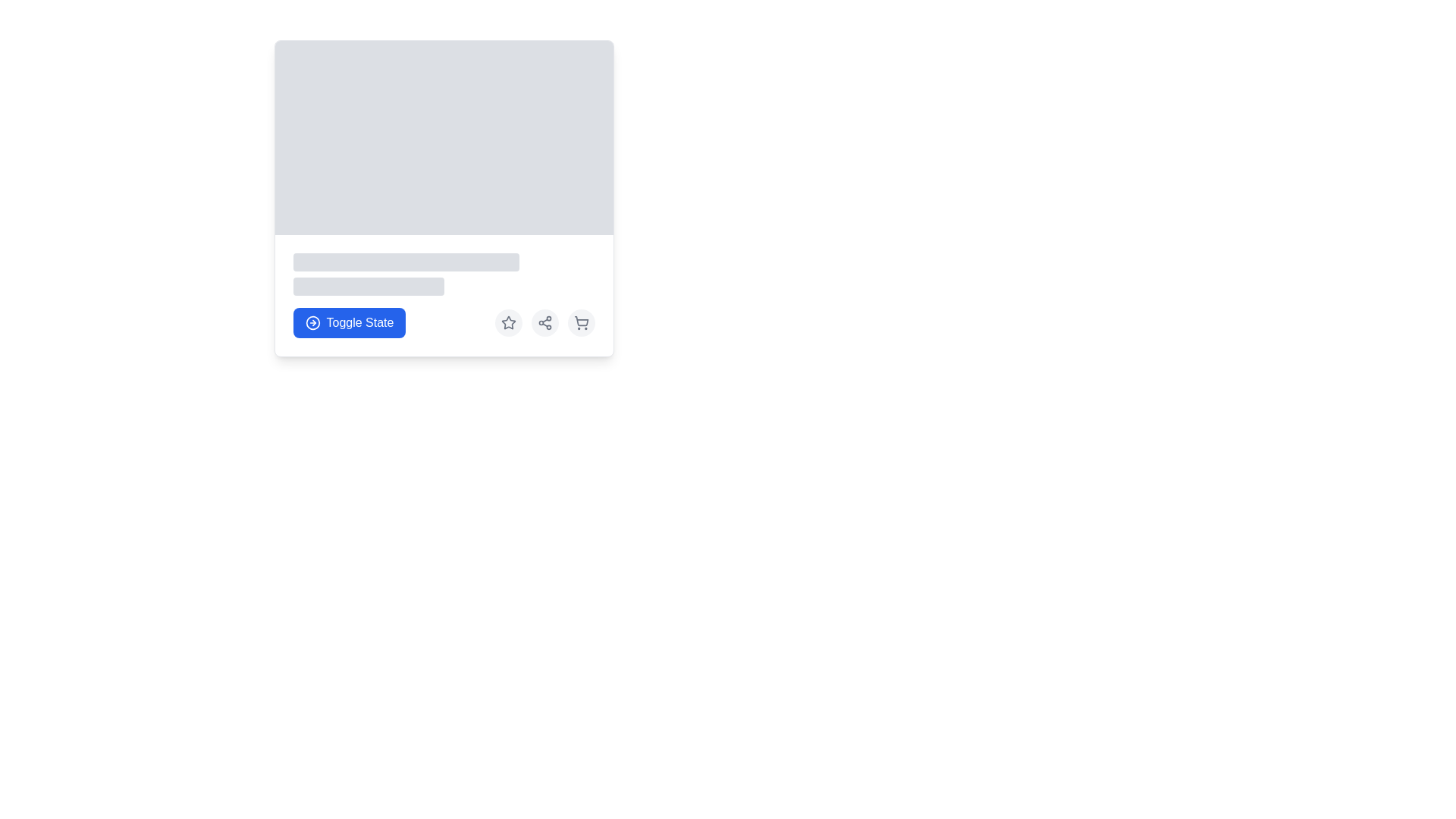 The image size is (1456, 819). Describe the element at coordinates (312, 322) in the screenshot. I see `the circular icon element within the SVG that represents a button or icon group, located towards the right side of the user interface` at that location.